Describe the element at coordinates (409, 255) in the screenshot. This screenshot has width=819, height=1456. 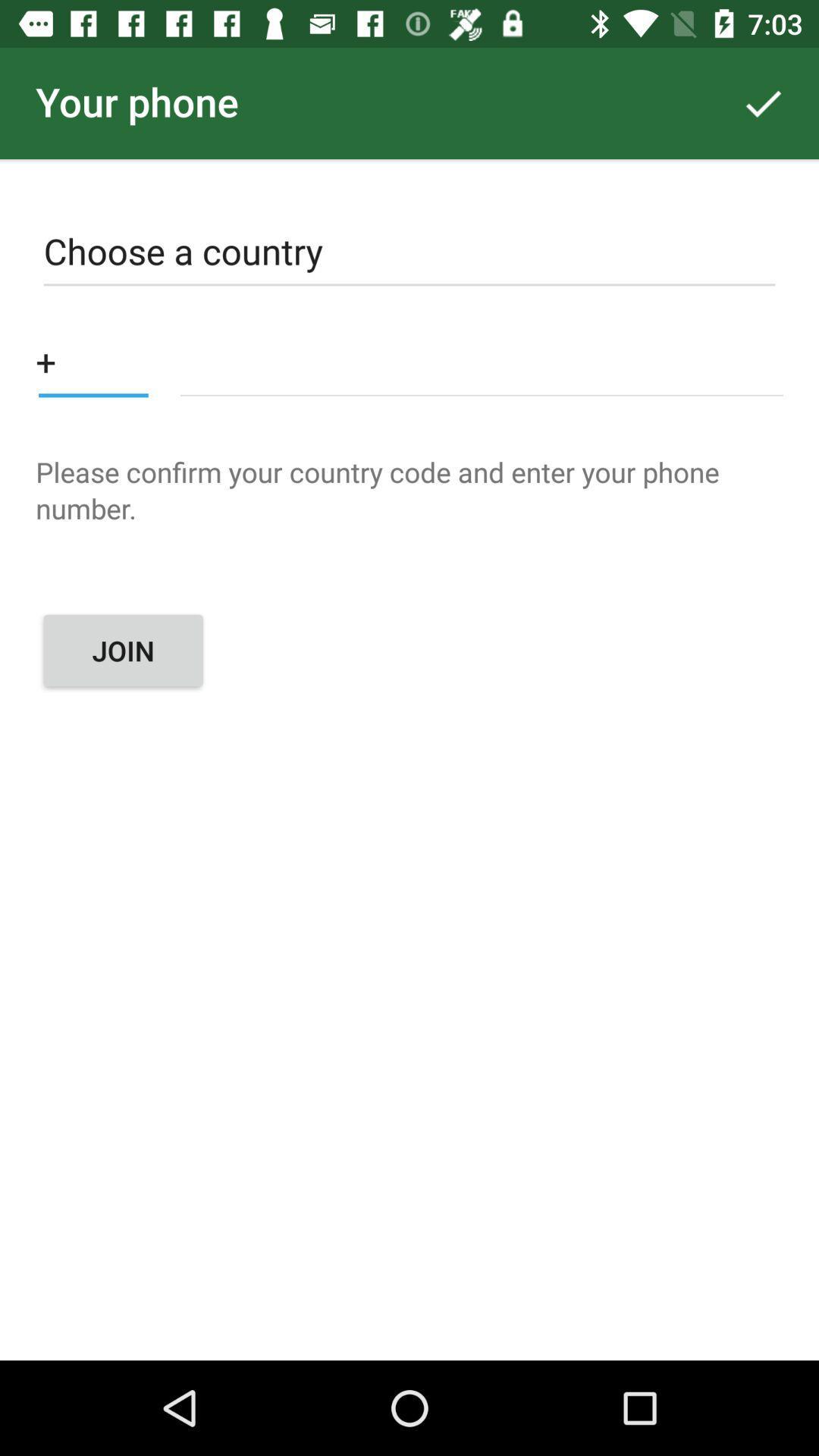
I see `choose a country item` at that location.